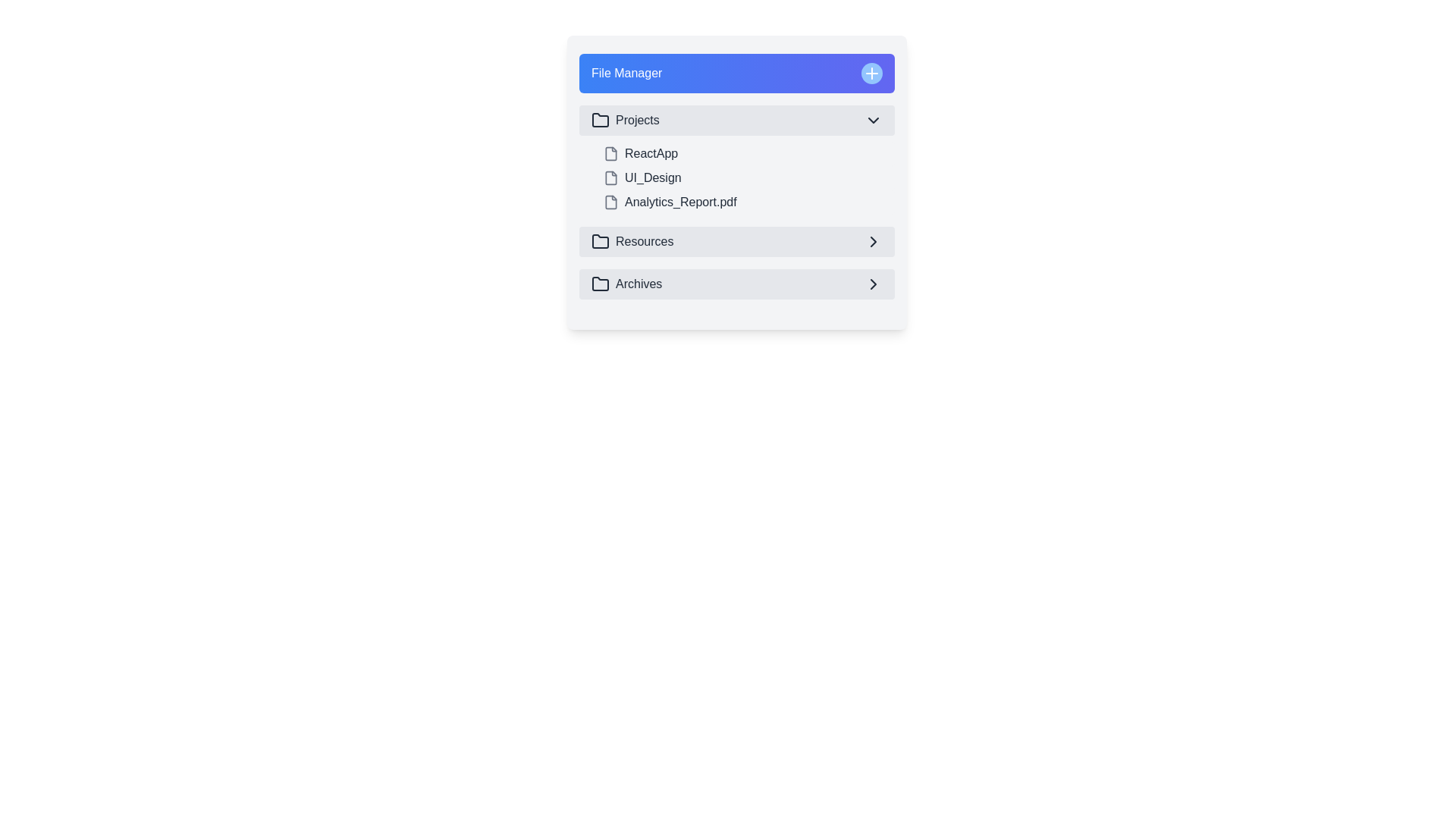 This screenshot has height=819, width=1456. Describe the element at coordinates (611, 154) in the screenshot. I see `the file icon representing 'ReactApp' located to the left of the text within the file management interface` at that location.